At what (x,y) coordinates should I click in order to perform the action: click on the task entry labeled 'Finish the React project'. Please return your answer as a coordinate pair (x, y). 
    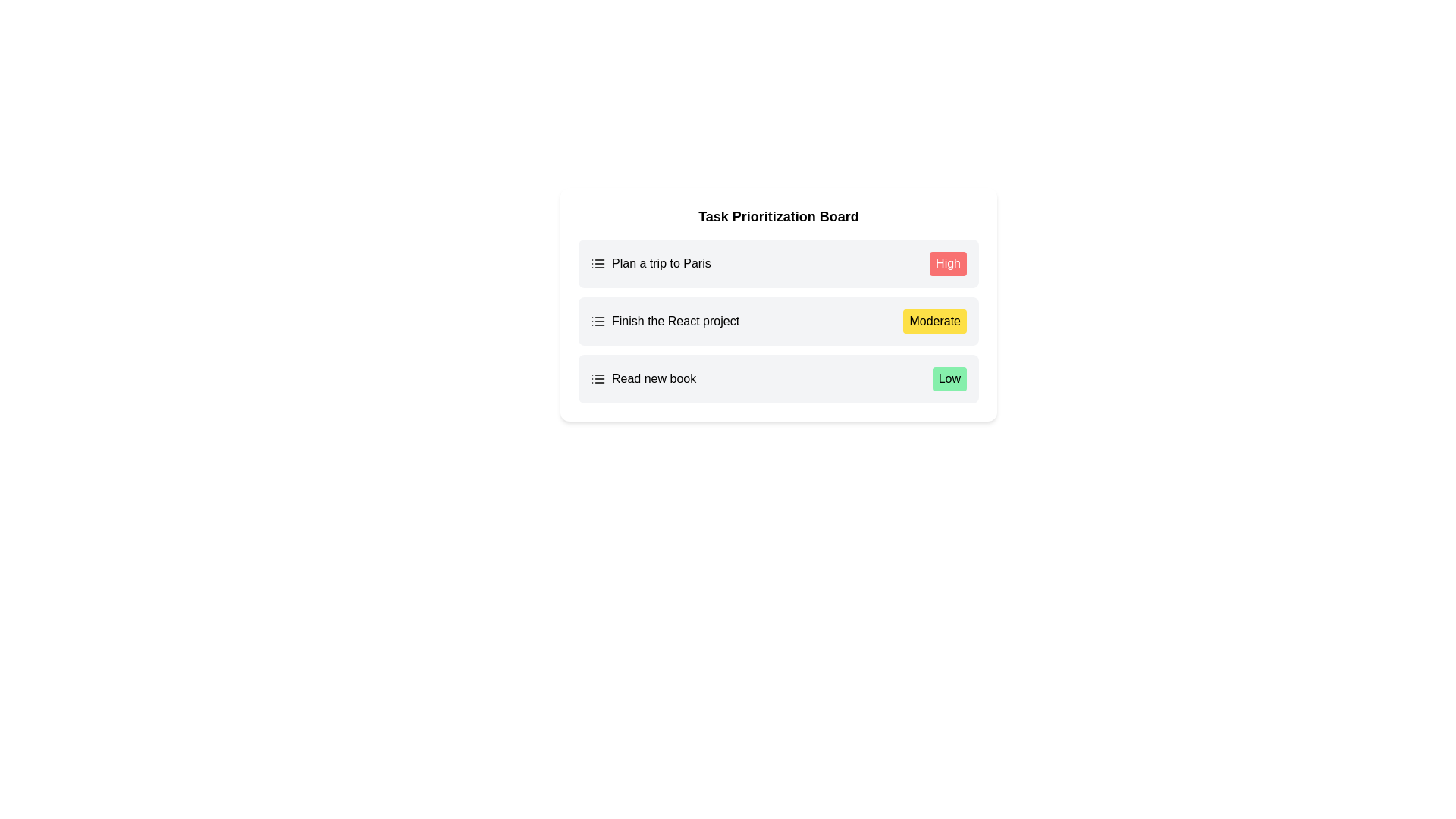
    Looking at the image, I should click on (665, 321).